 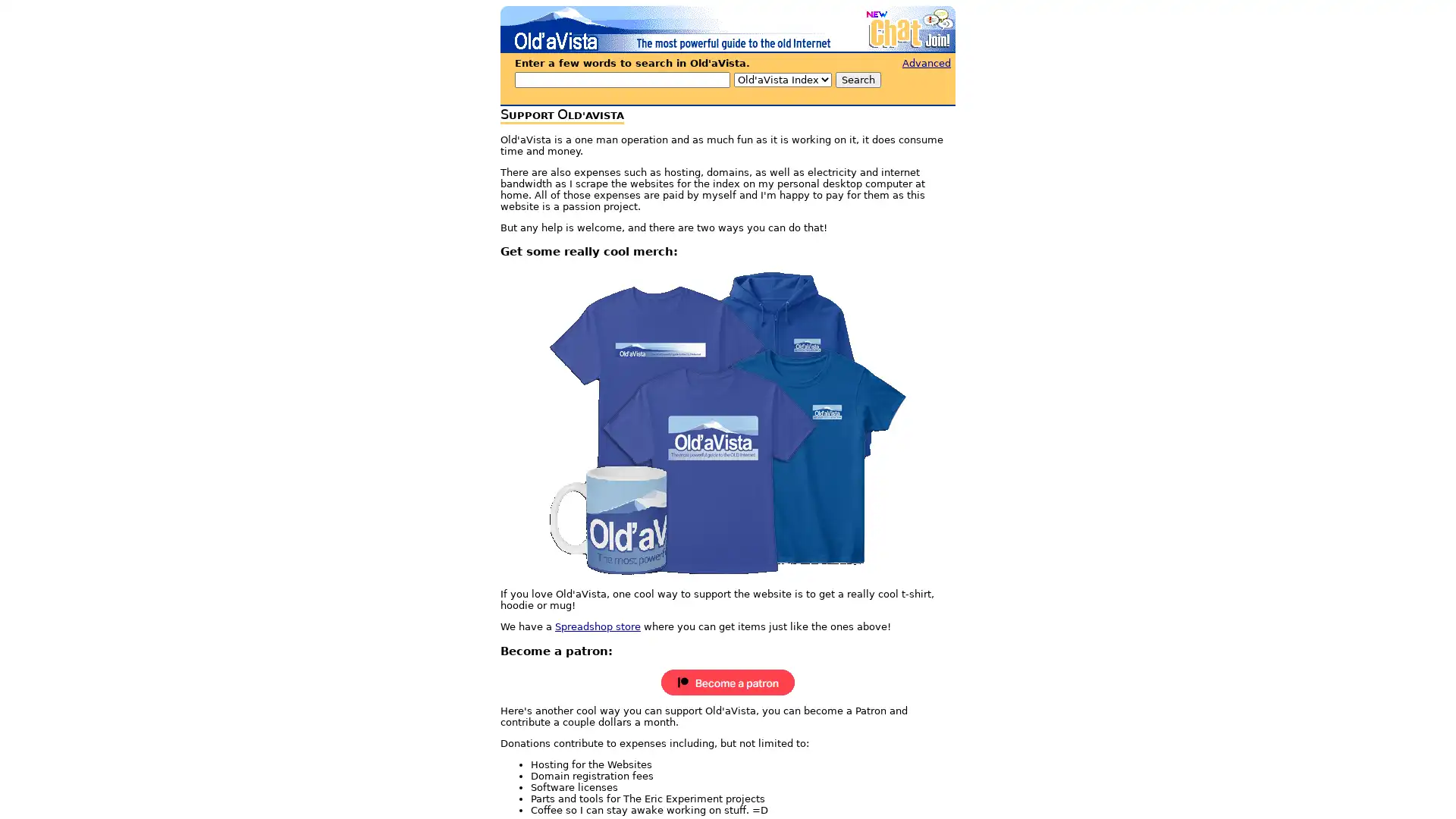 I want to click on Search, so click(x=858, y=80).